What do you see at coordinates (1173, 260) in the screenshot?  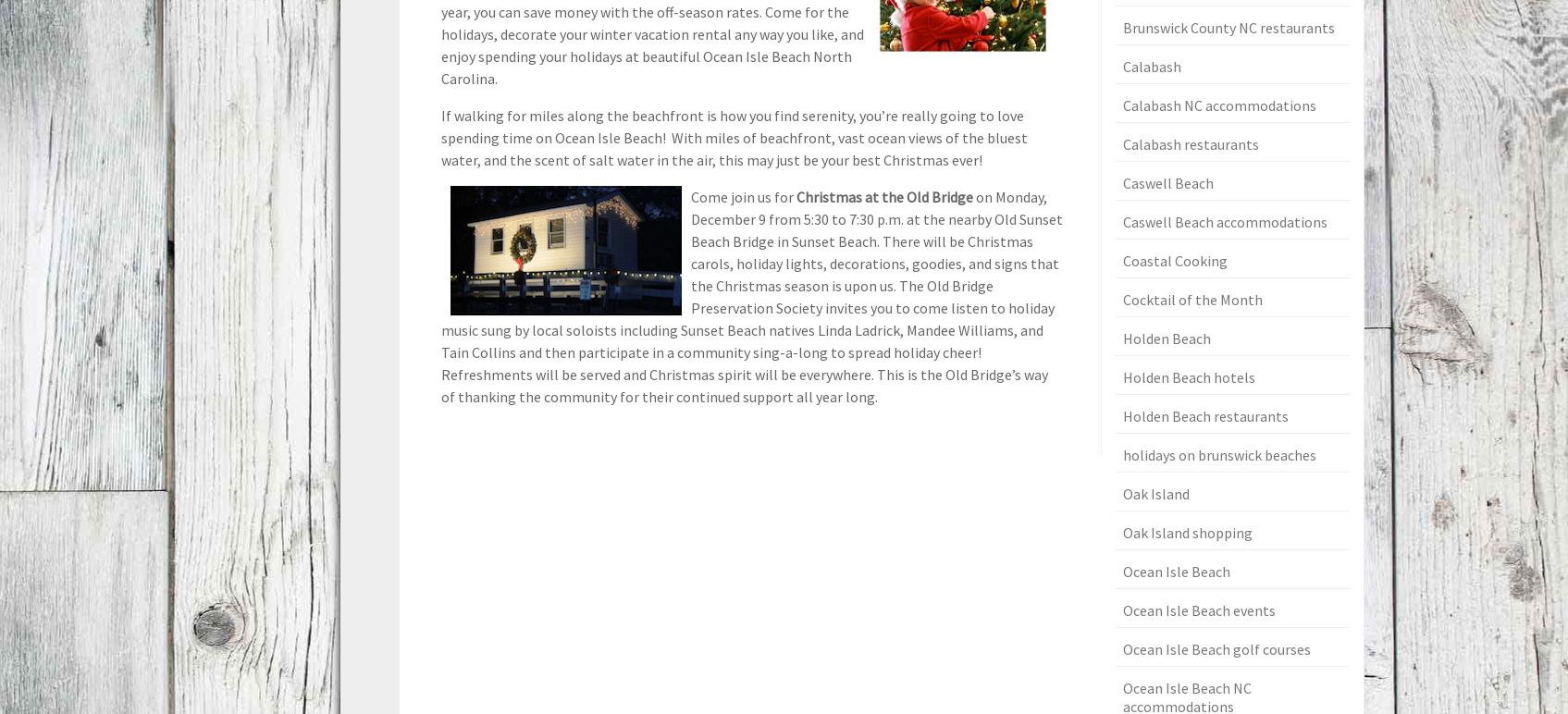 I see `'Coastal Cooking'` at bounding box center [1173, 260].